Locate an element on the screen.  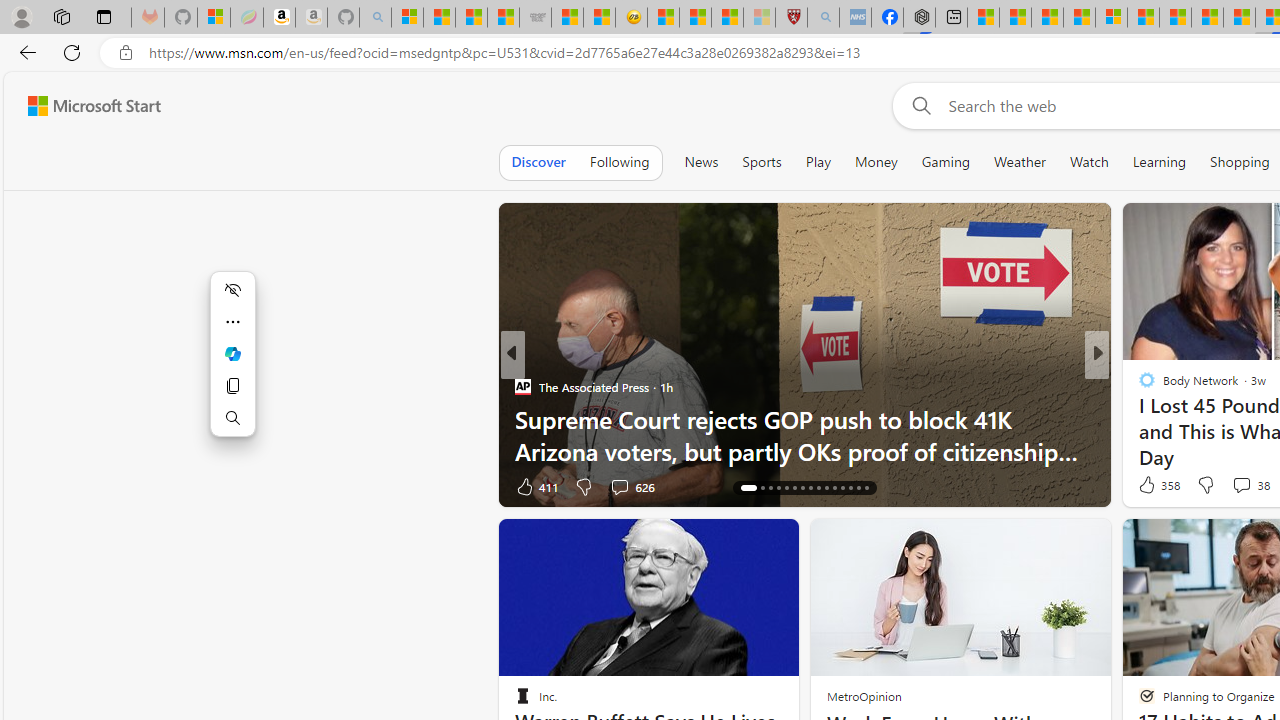
'AutomationID: tab-16' is located at coordinates (747, 488).